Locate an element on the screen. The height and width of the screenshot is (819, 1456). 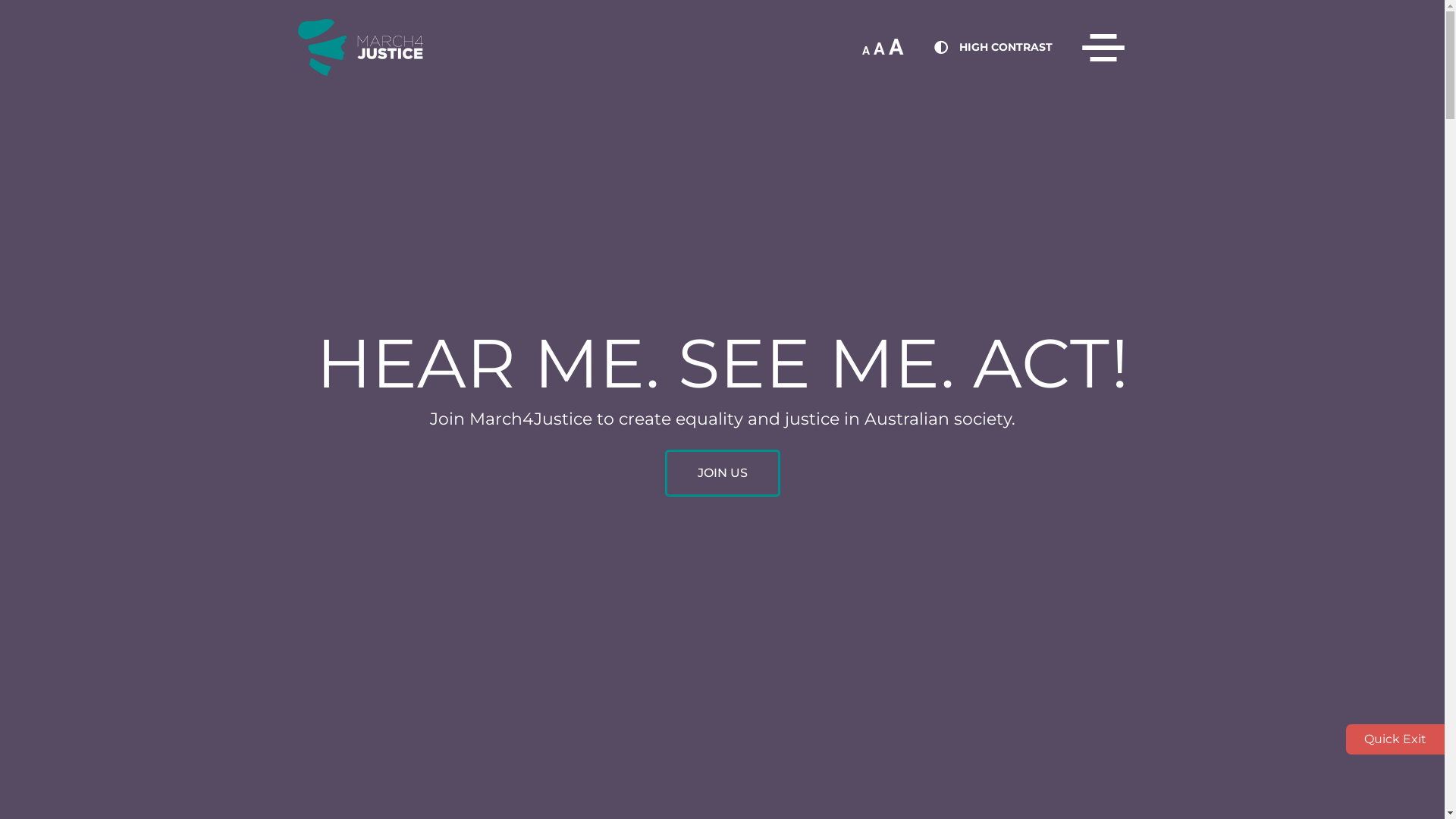
'A' is located at coordinates (896, 45).